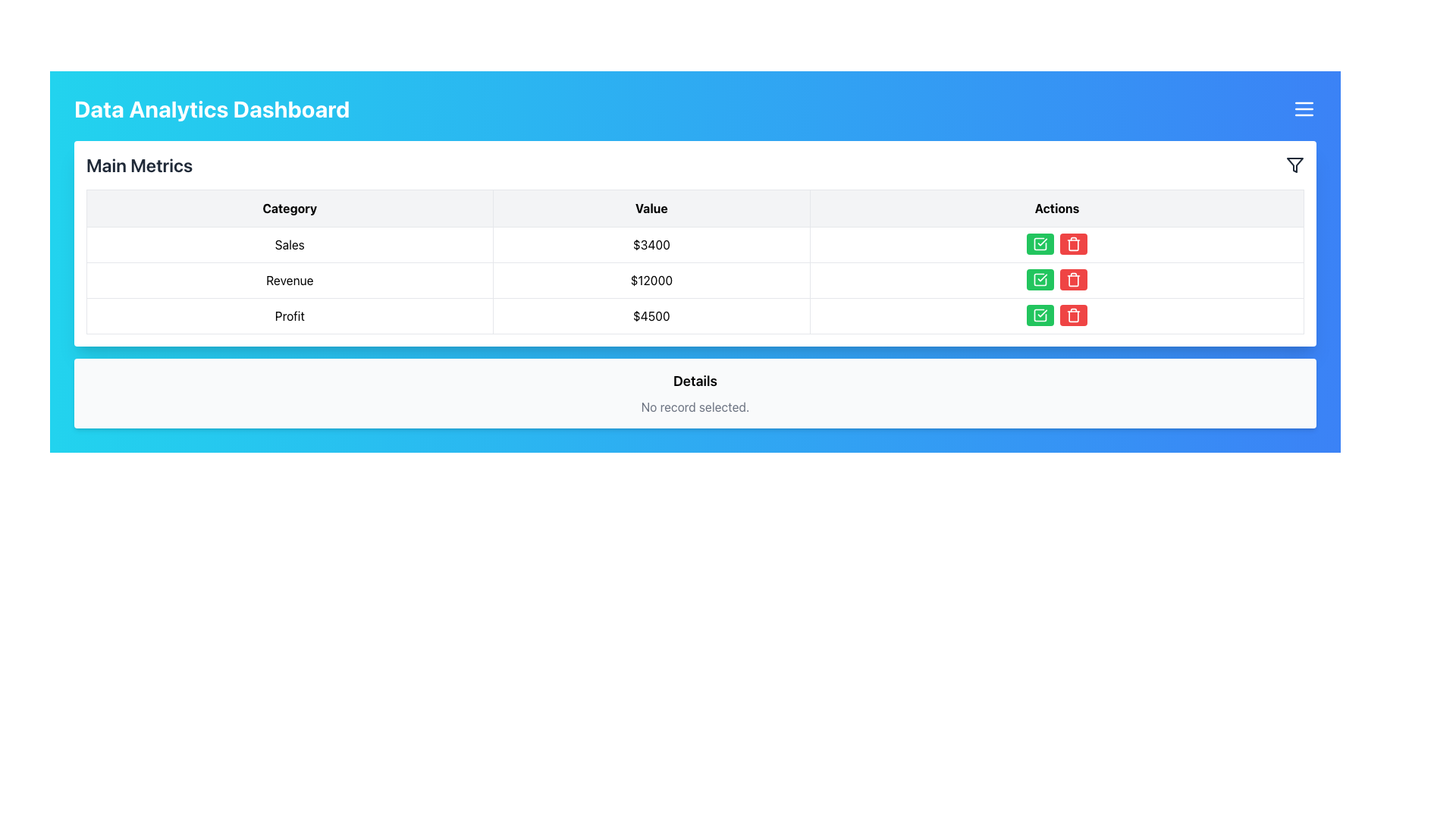 This screenshot has width=1456, height=819. I want to click on the 'Sales' text label located in the first row under the 'Category' column of the table, so click(290, 244).